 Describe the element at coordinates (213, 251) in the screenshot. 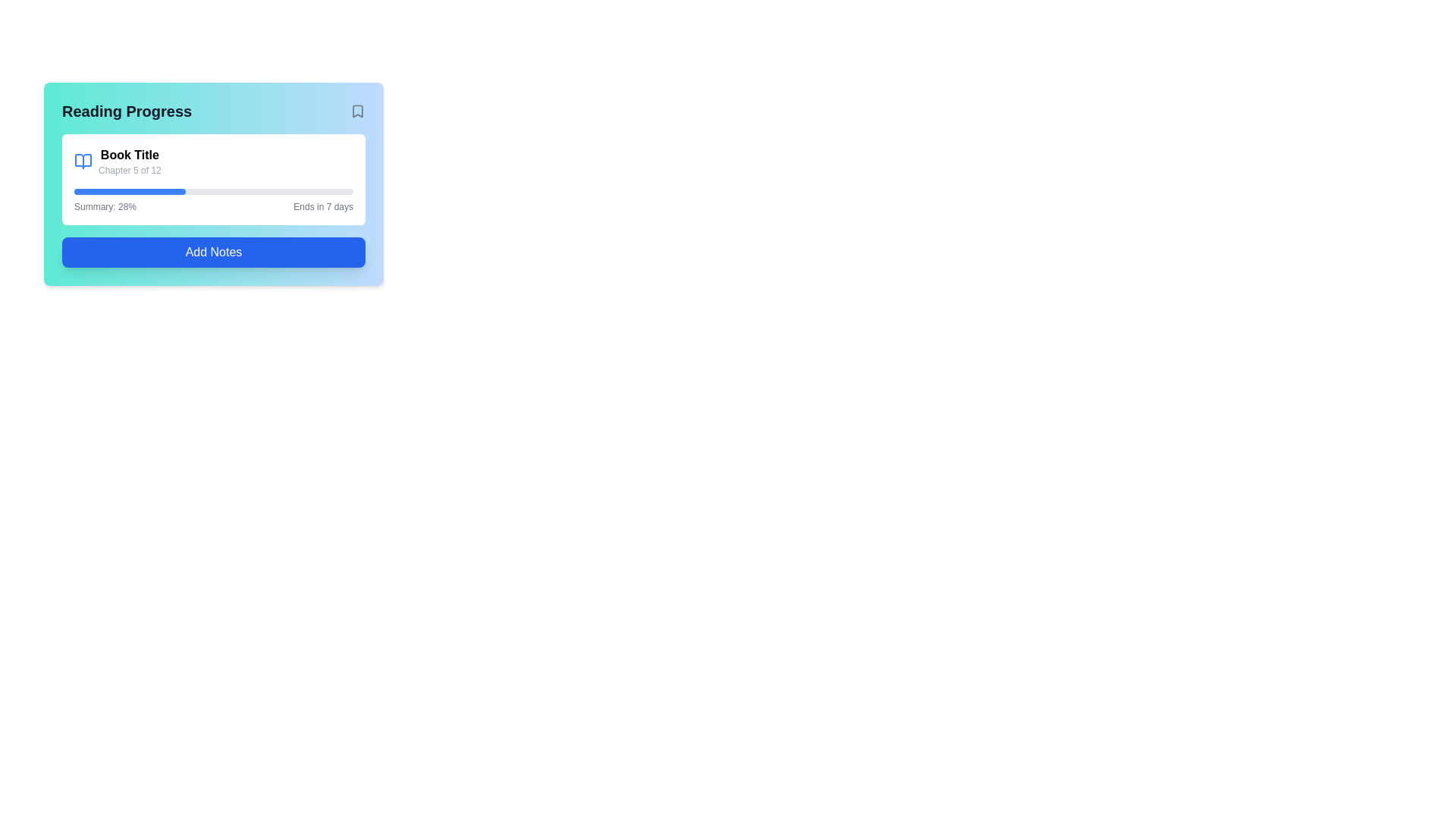

I see `the button located at the bottom of the card interface` at that location.